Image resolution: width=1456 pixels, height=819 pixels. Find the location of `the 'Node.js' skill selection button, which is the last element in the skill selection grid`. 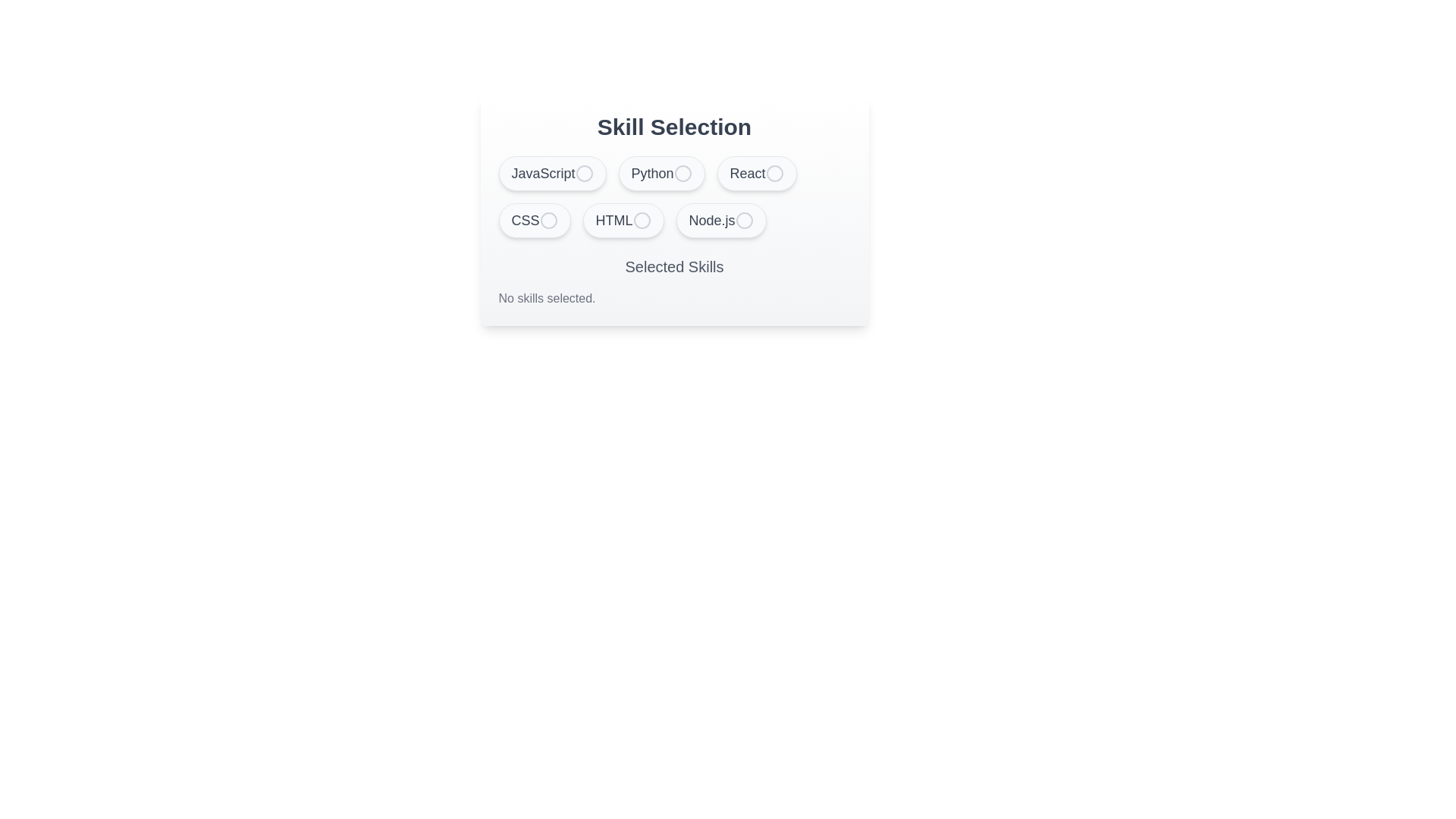

the 'Node.js' skill selection button, which is the last element in the skill selection grid is located at coordinates (720, 220).